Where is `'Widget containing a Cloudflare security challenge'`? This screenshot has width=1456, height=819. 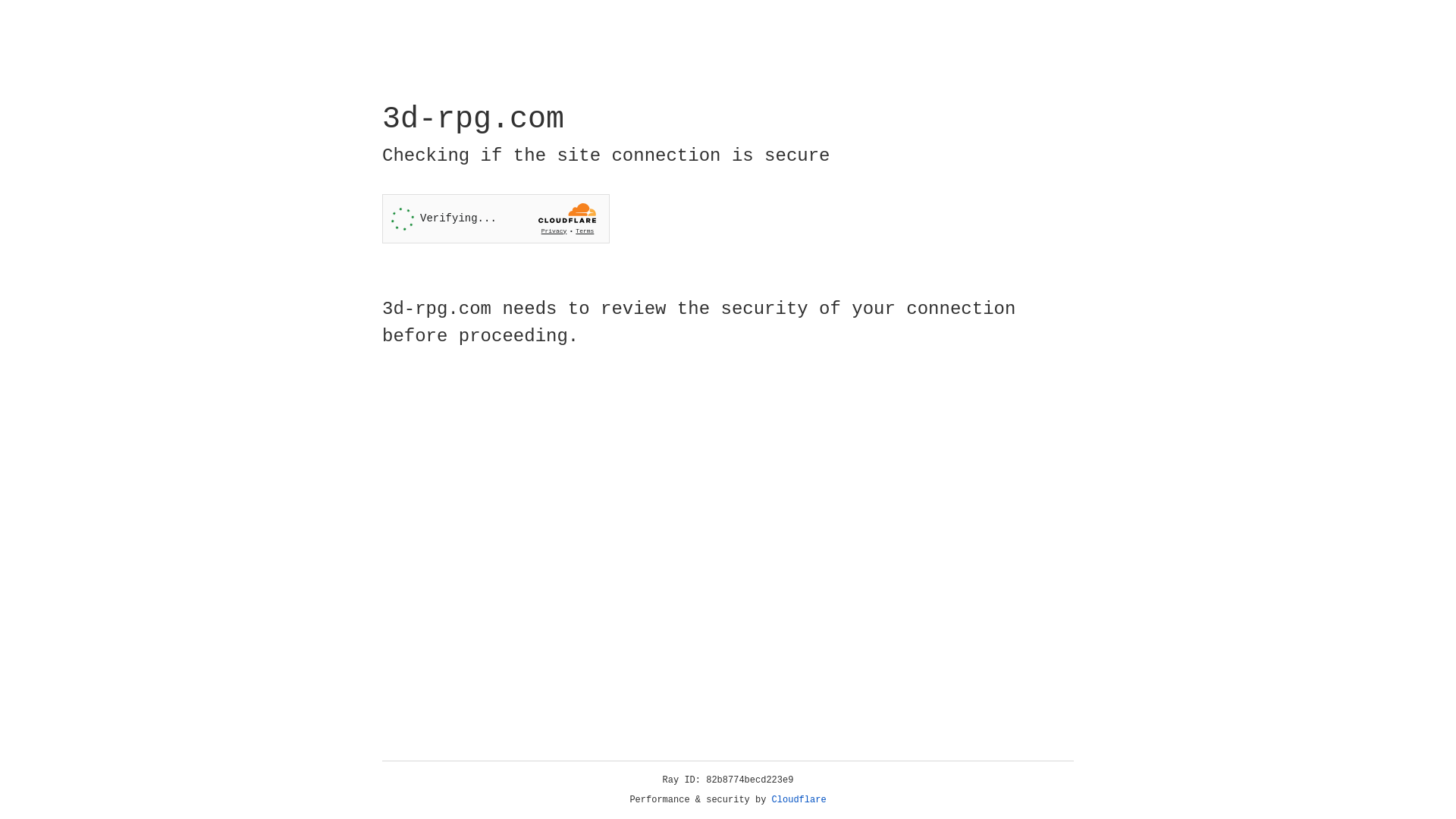
'Widget containing a Cloudflare security challenge' is located at coordinates (495, 218).